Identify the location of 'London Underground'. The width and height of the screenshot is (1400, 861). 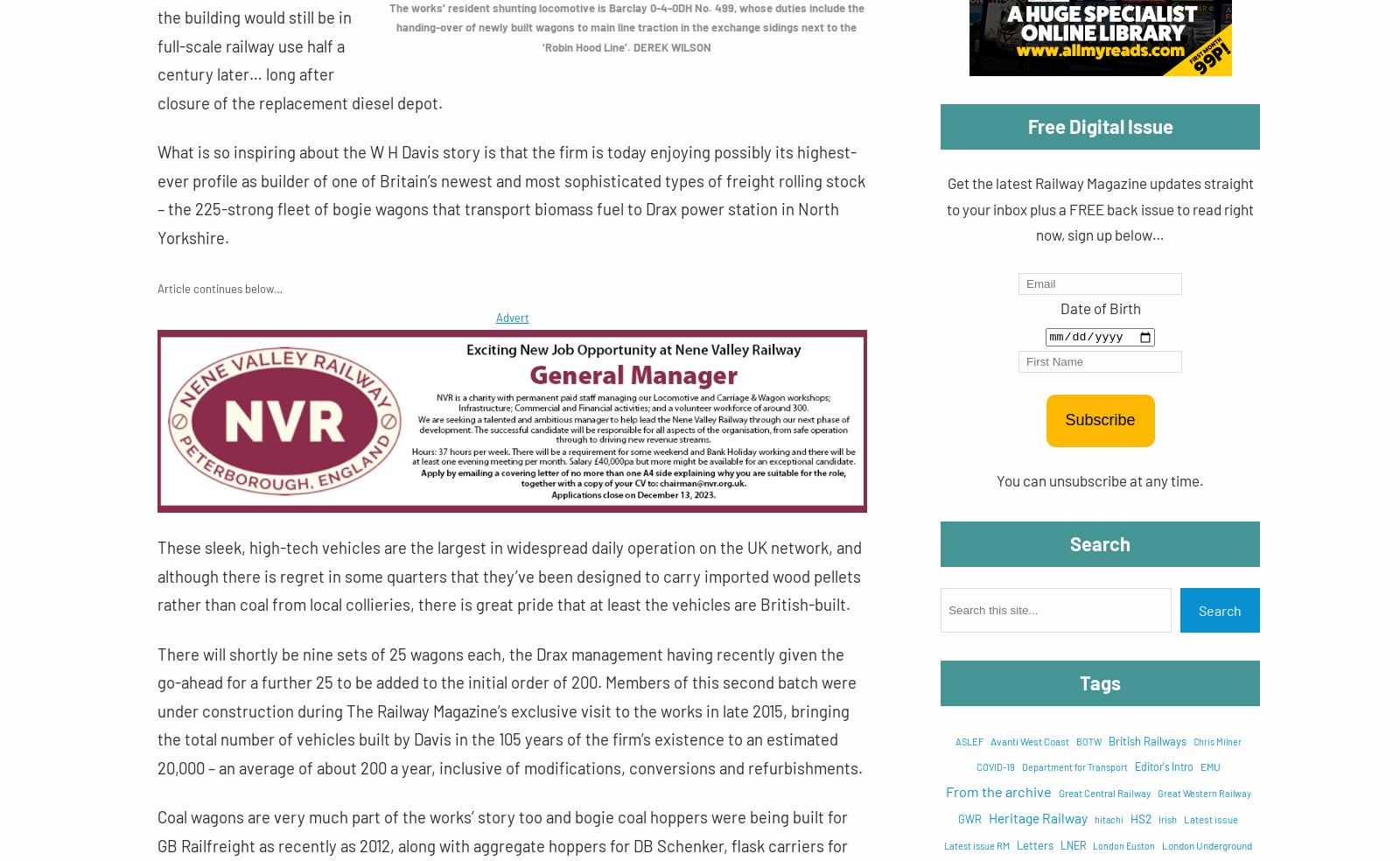
(1206, 844).